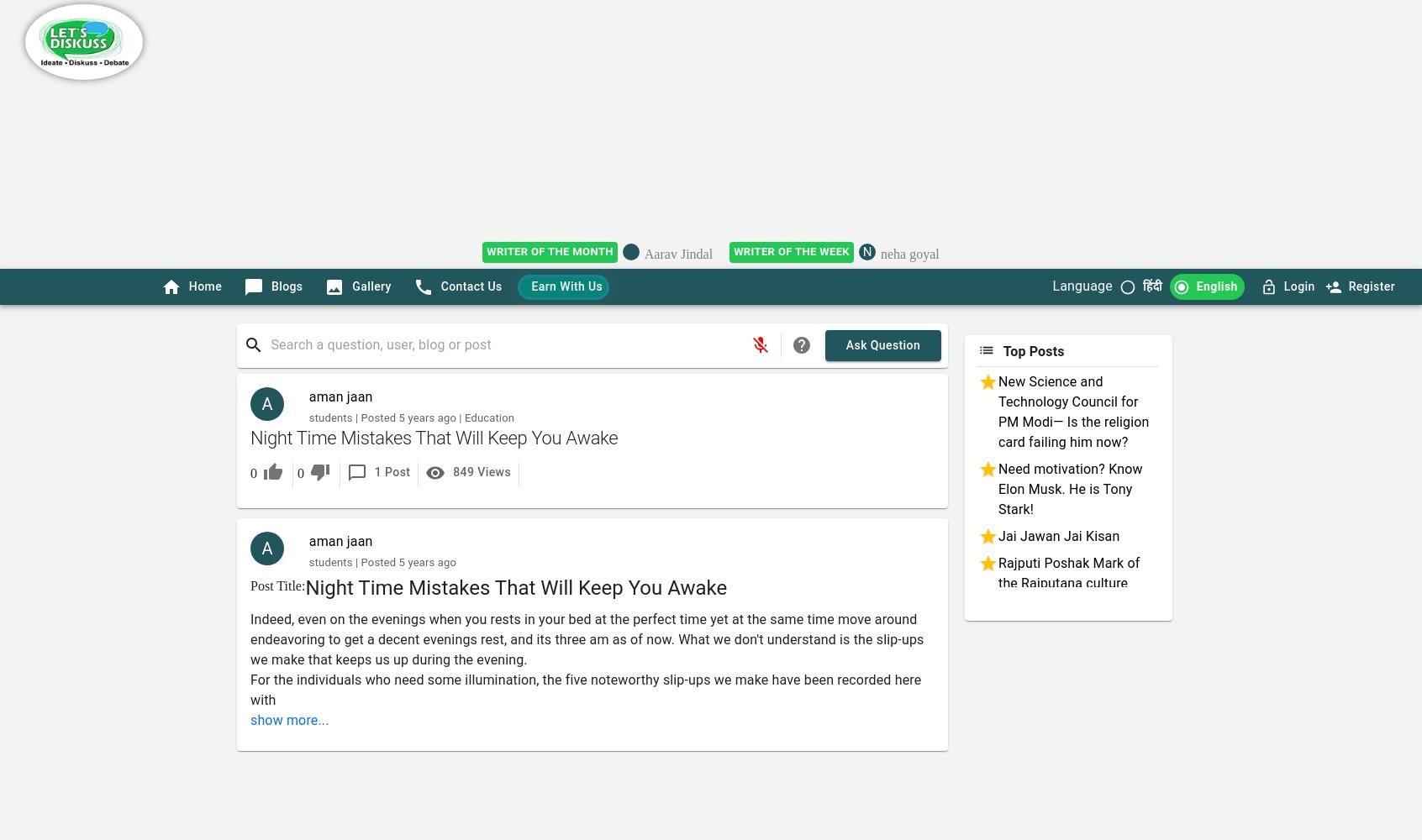 The image size is (1422, 840). I want to click on 'Ask Question', so click(882, 345).